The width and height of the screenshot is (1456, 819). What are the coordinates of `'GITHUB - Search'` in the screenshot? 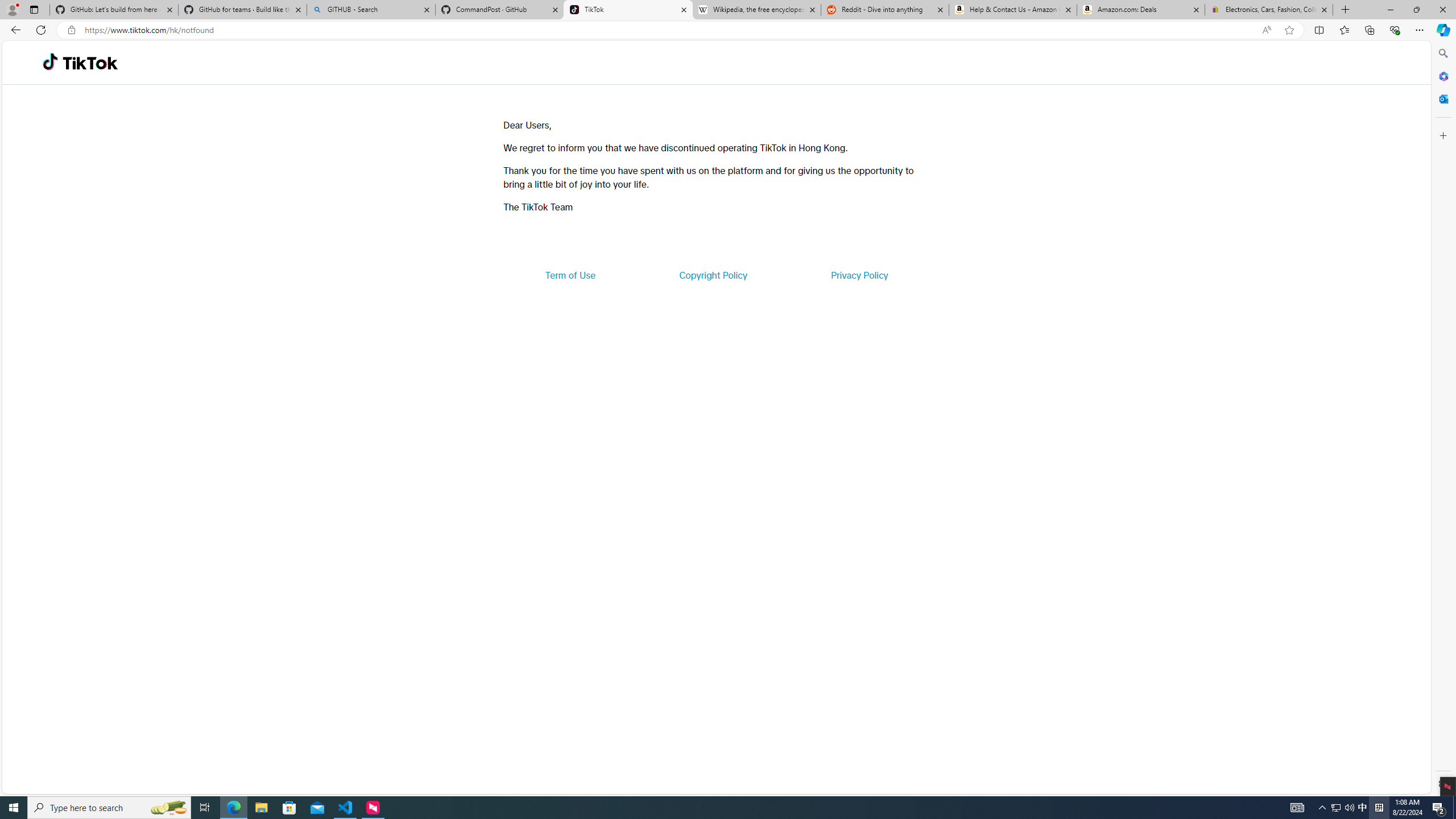 It's located at (370, 9).